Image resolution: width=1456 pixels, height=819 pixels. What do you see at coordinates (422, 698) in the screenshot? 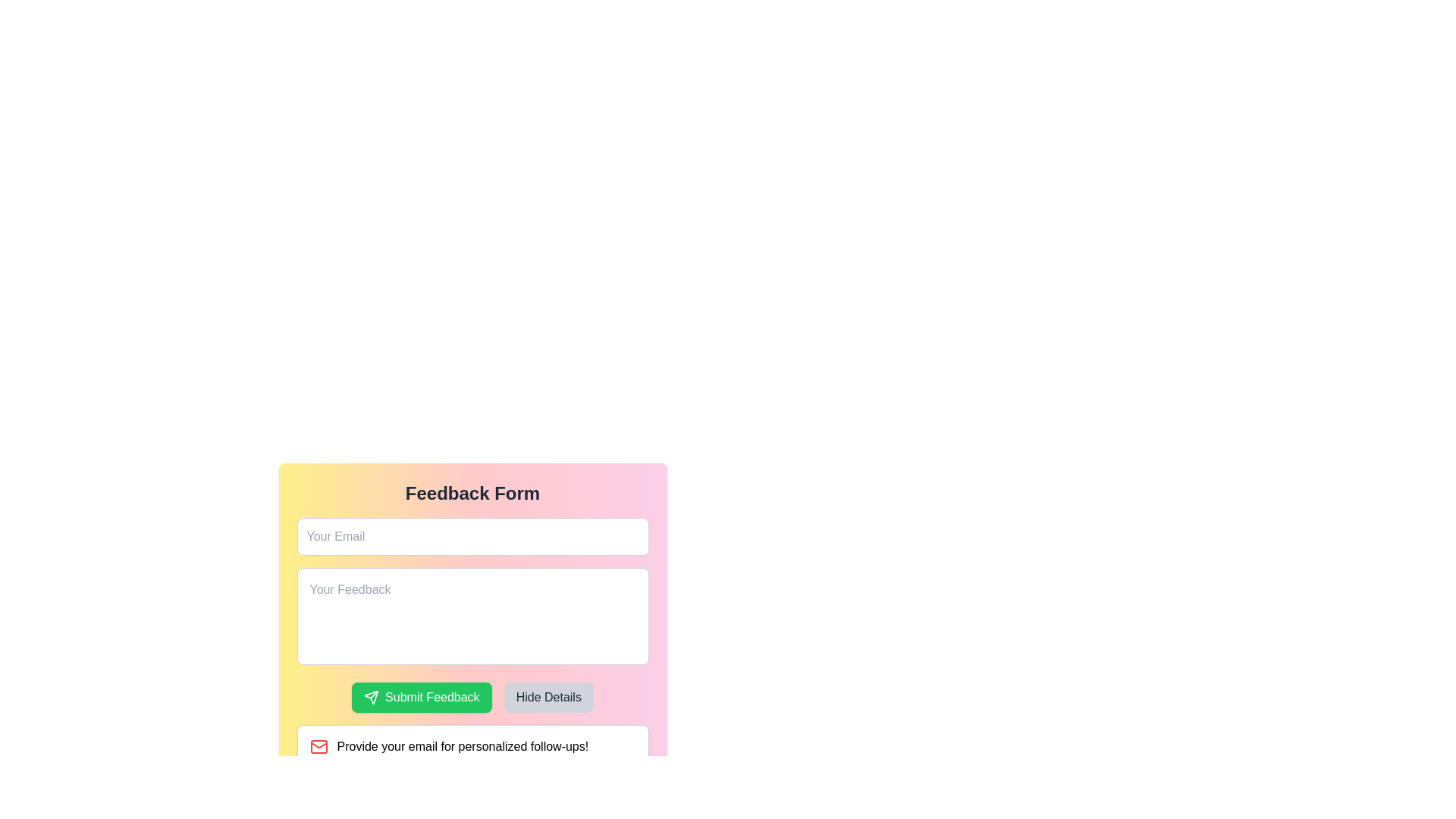
I see `the 'Submit Feedback' button, which is a rectangular button with a green background and white text, located at the lower center of the form` at bounding box center [422, 698].